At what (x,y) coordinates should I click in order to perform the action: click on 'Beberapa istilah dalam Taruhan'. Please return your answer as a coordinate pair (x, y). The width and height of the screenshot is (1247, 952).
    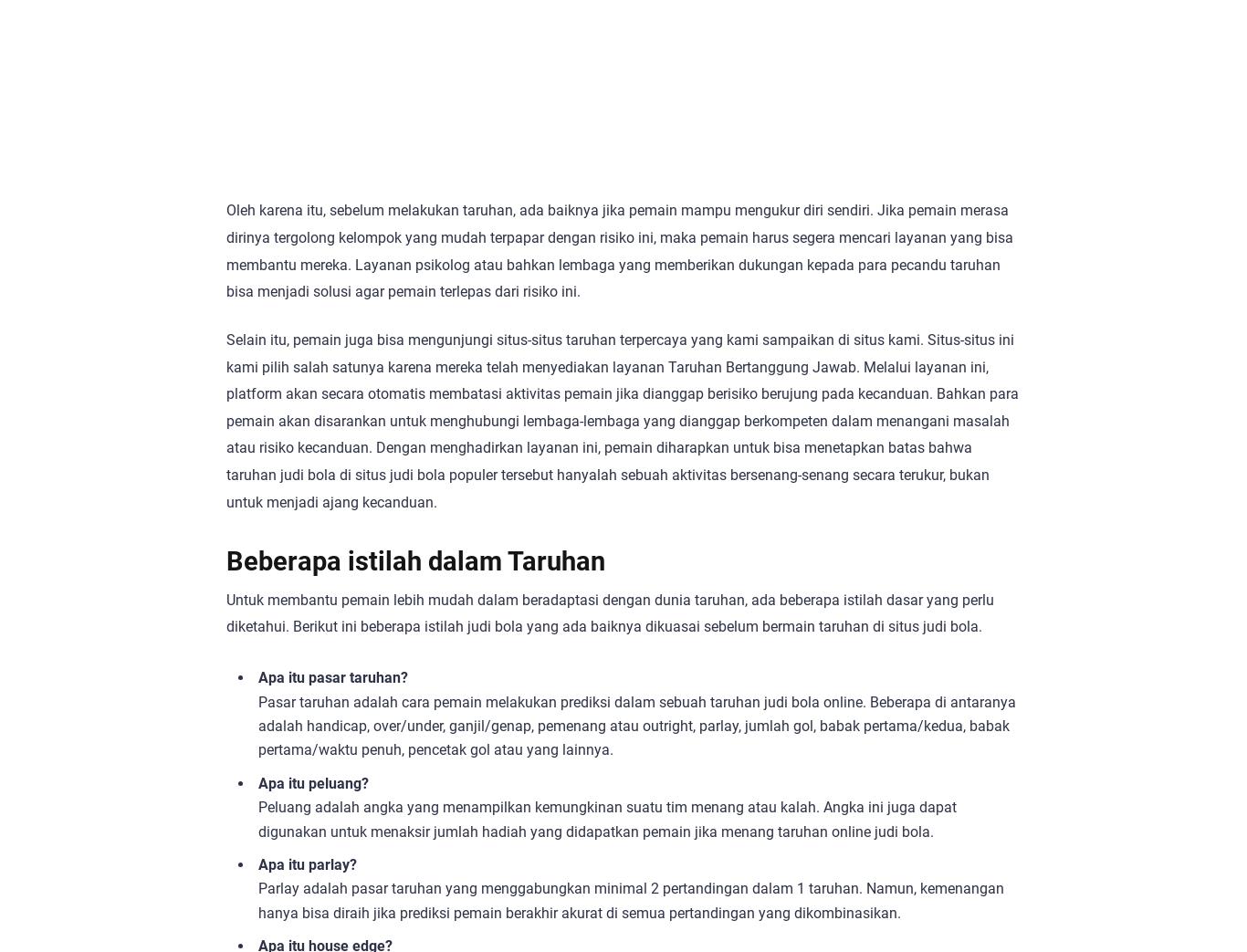
    Looking at the image, I should click on (414, 560).